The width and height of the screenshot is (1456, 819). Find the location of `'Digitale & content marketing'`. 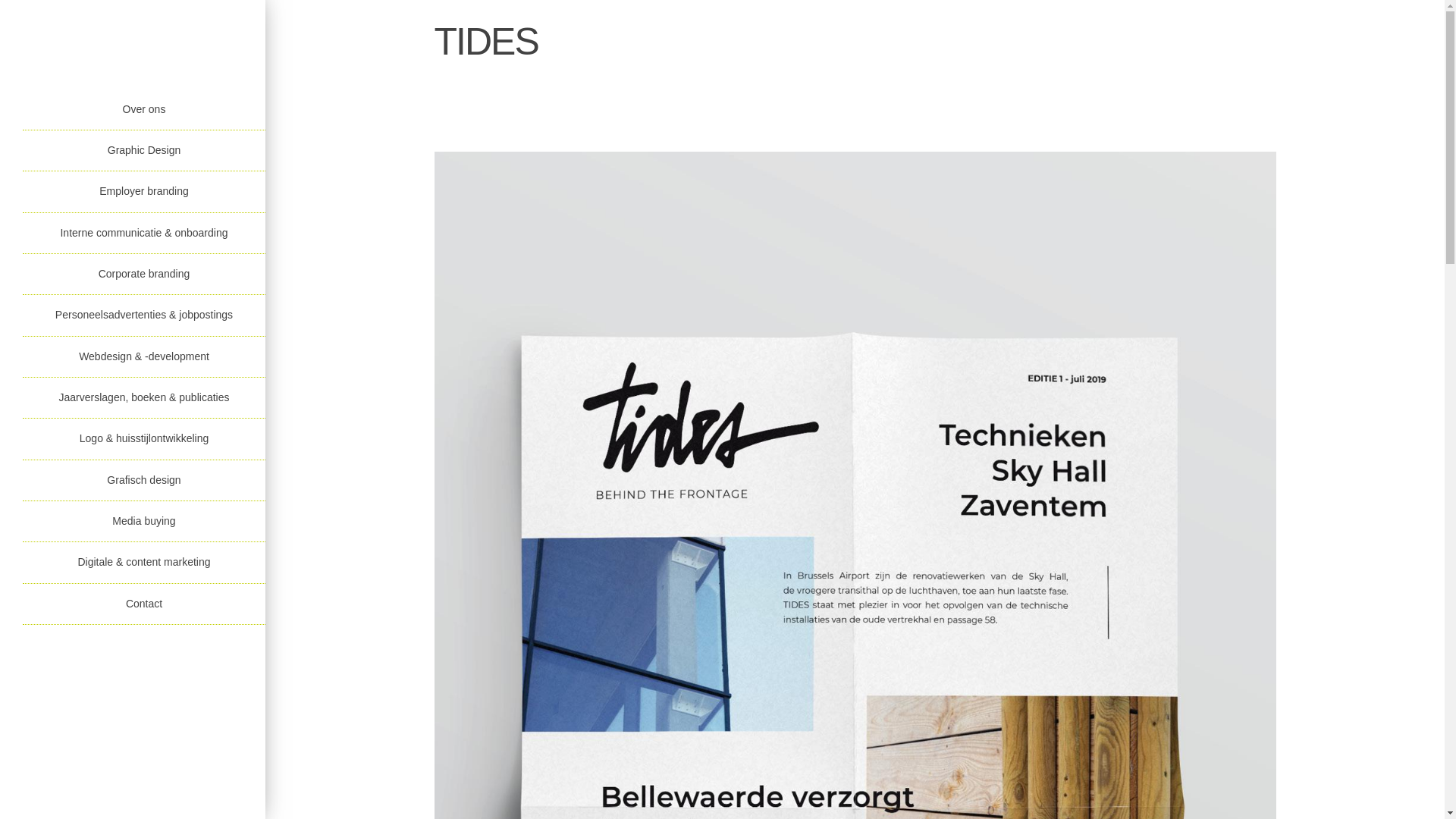

'Digitale & content marketing' is located at coordinates (144, 562).